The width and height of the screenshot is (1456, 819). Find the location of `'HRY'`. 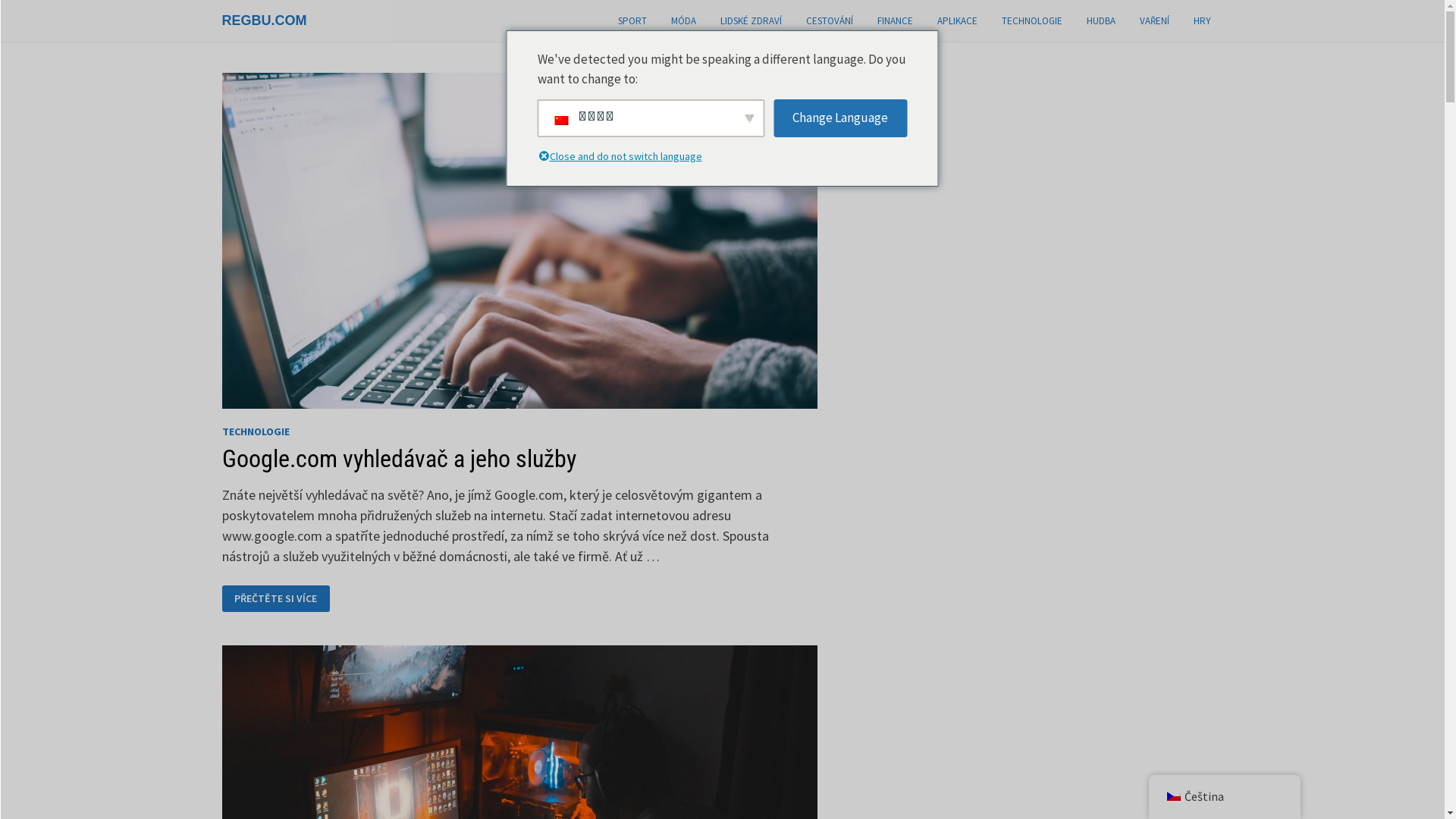

'HRY' is located at coordinates (1201, 20).